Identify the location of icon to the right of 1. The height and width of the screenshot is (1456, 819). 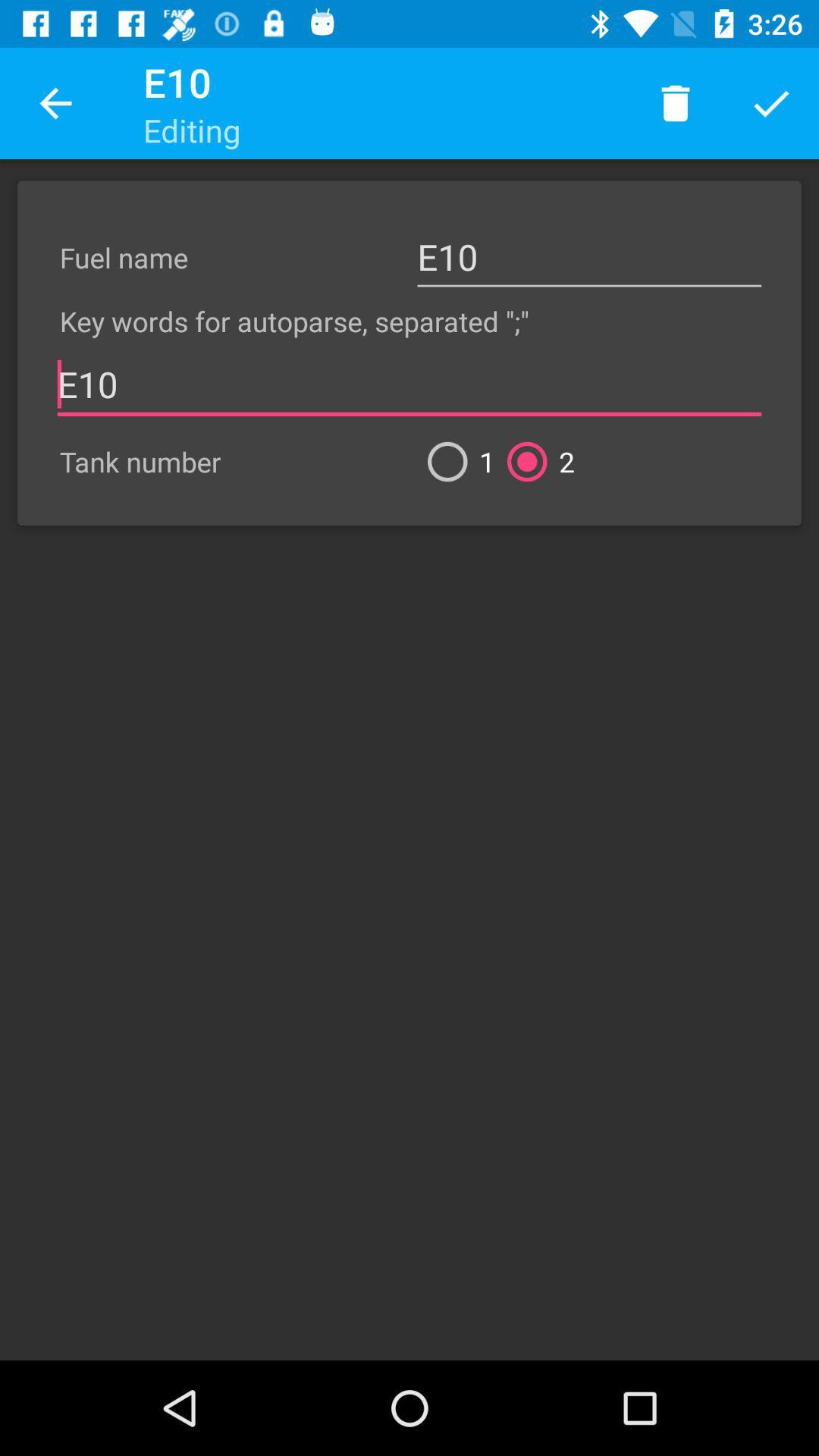
(534, 461).